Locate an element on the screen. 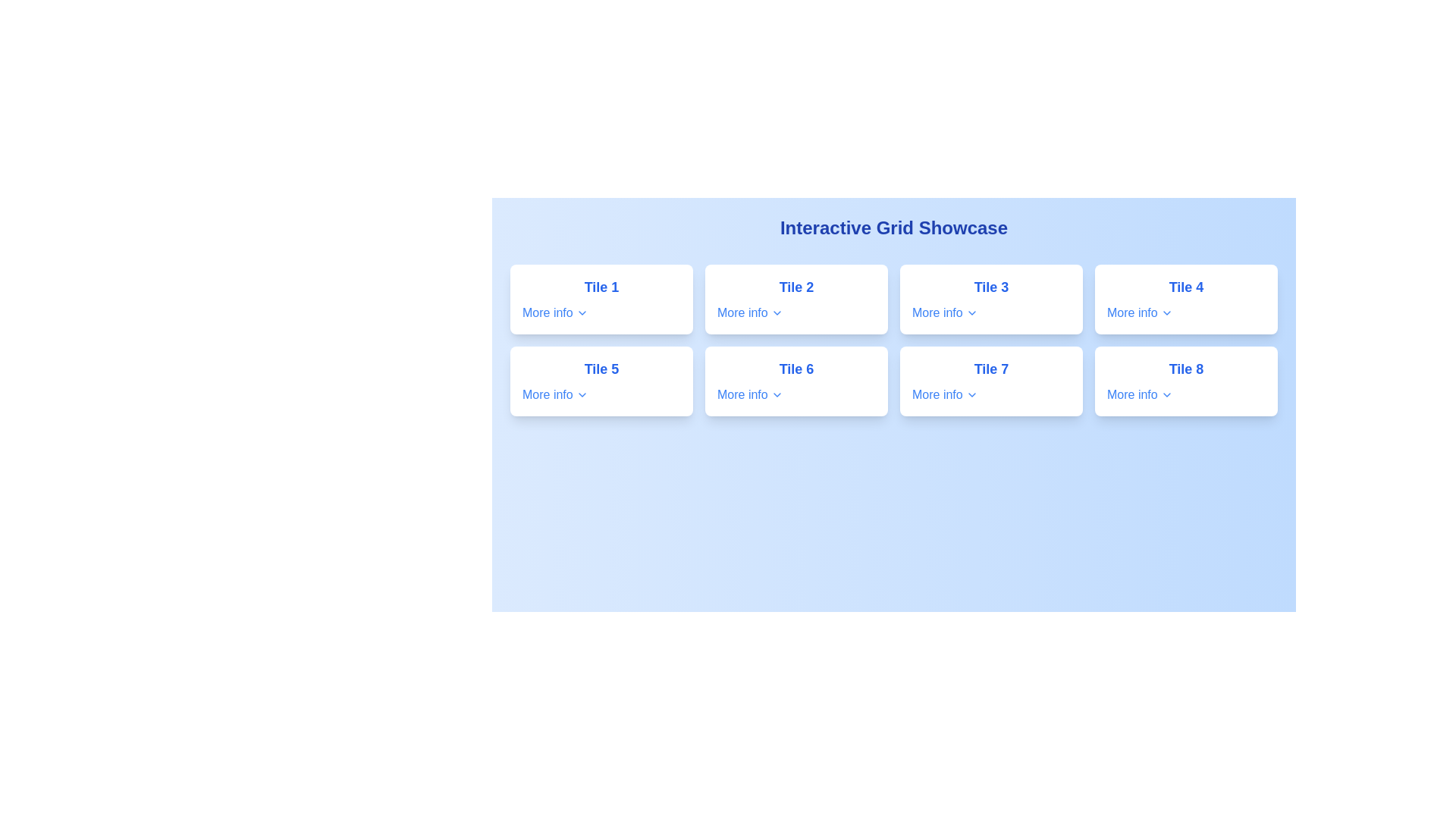  the dropdown indicator icon located on the far right of the fourth row in the grid layout, which is part of the 'More info' link in 'Tile 8' is located at coordinates (1166, 394).